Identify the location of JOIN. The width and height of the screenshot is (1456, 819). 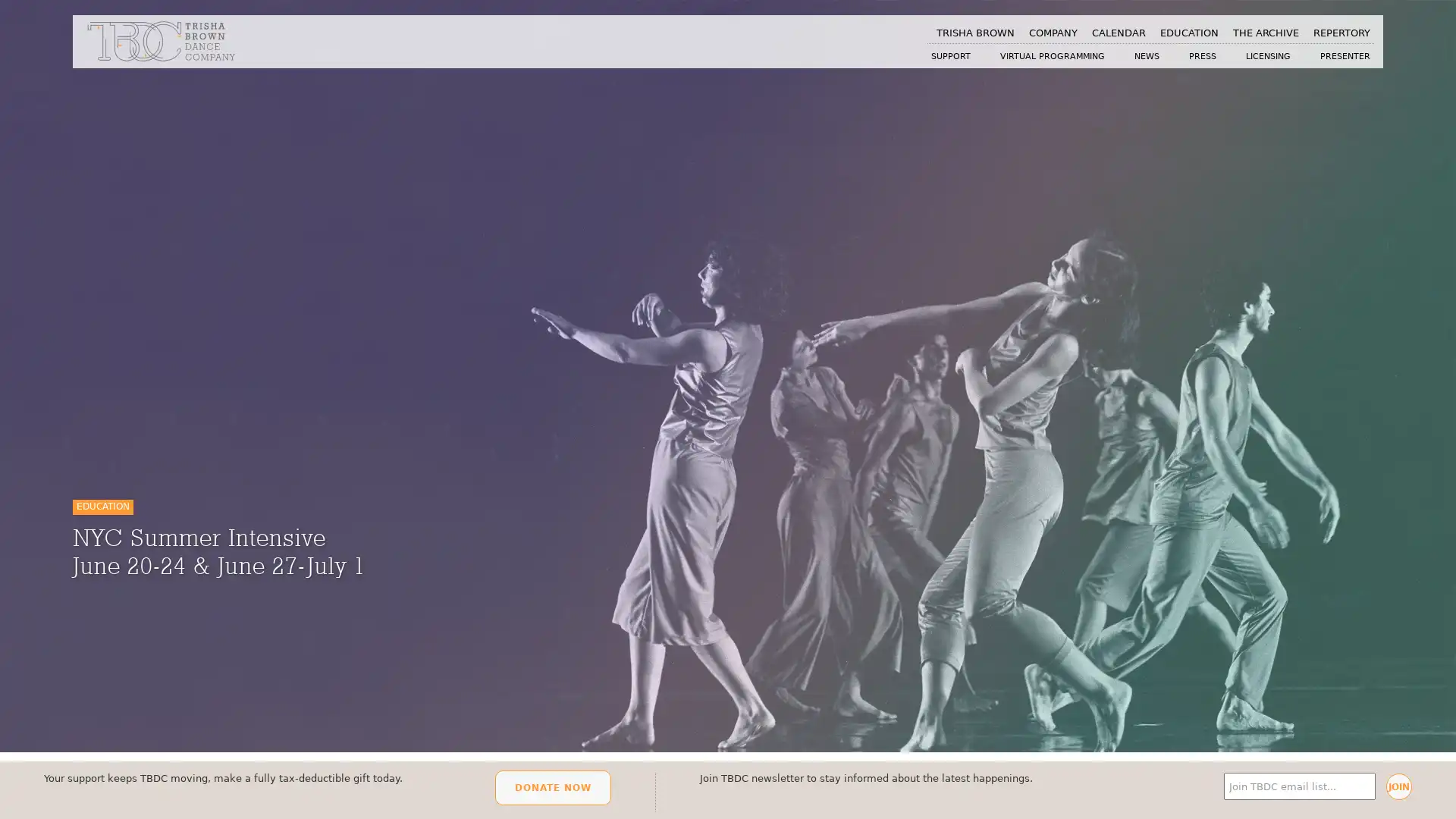
(1398, 786).